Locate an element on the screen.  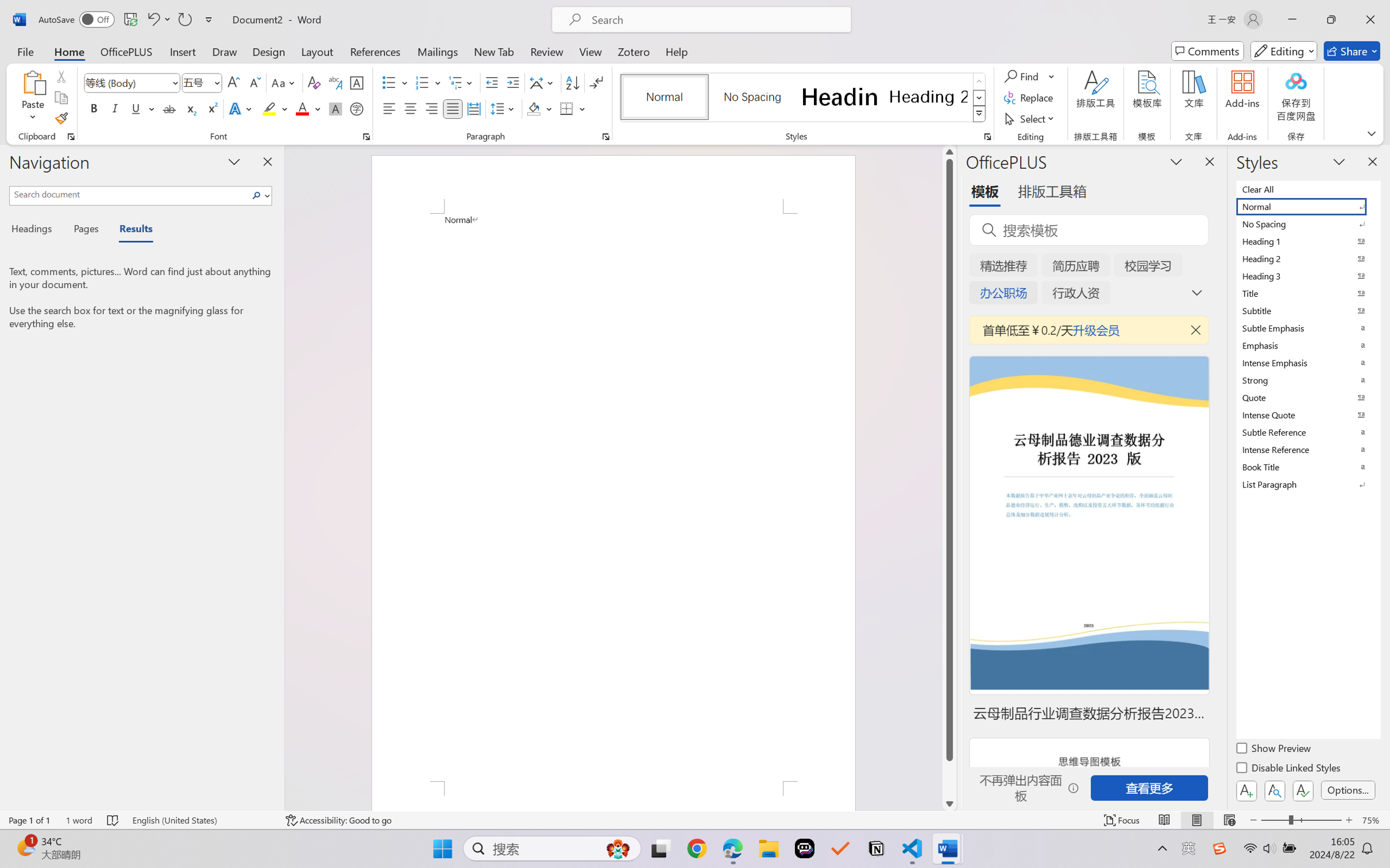
'Class: NetUIImage' is located at coordinates (978, 114).